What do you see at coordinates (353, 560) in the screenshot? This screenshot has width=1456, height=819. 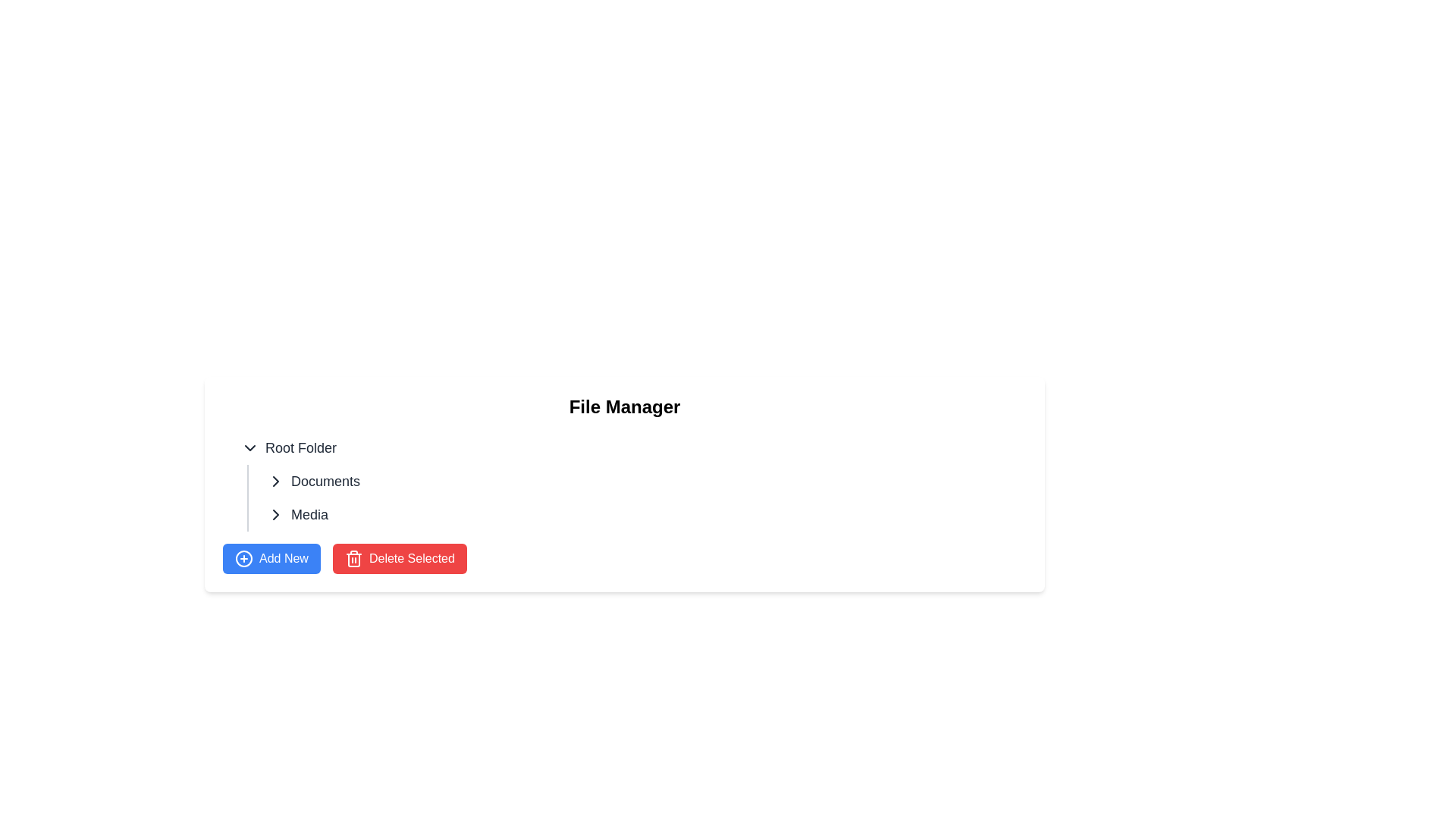 I see `the icon component located to the right of the blue 'Add New' button, which serves as part of the 'Delete Selected' button functionality` at bounding box center [353, 560].